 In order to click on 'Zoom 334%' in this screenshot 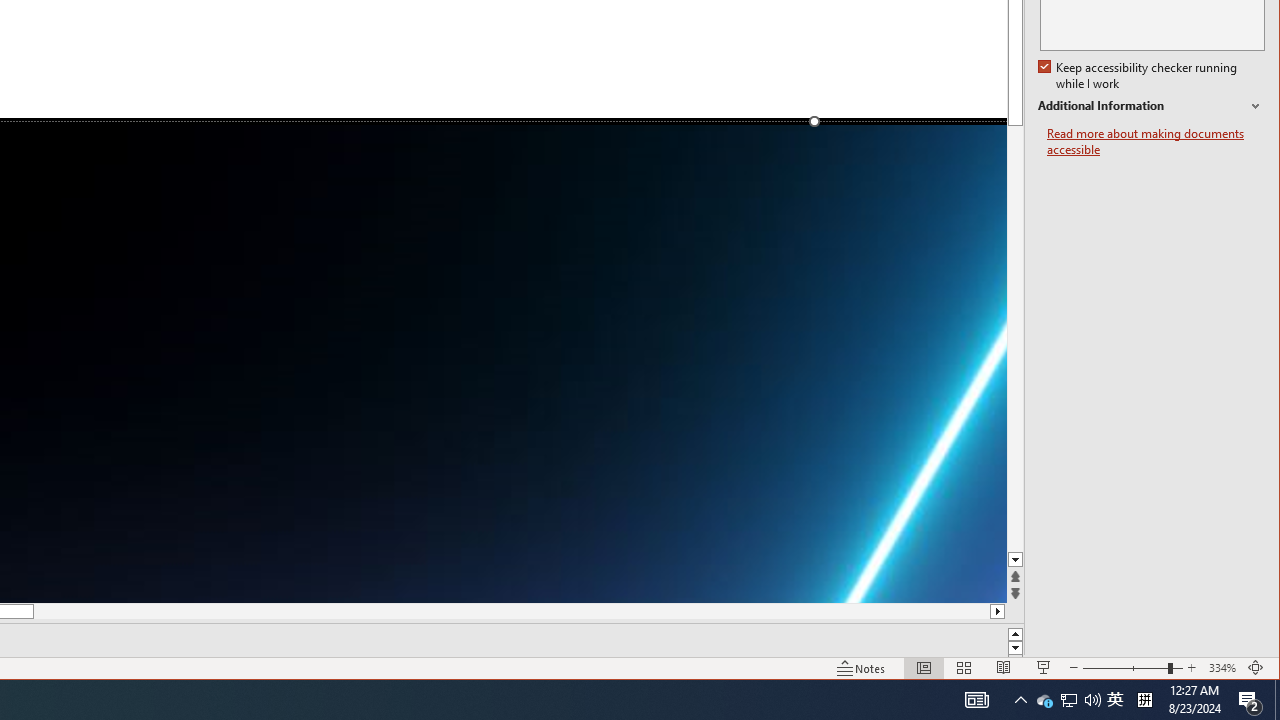, I will do `click(1221, 668)`.